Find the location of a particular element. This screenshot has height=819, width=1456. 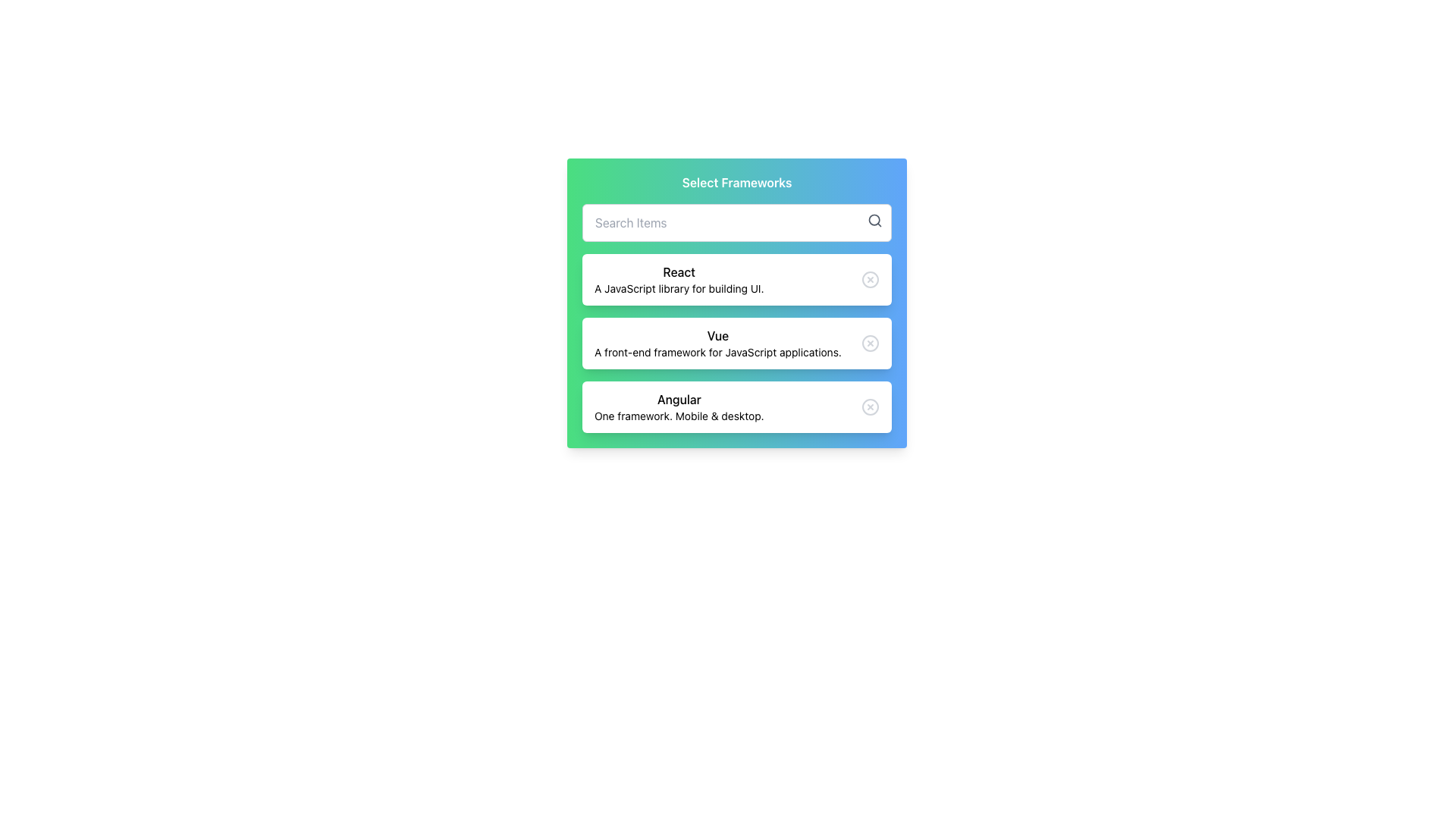

the text label identifying the framework 'Vue' in the middle section of the vertically organized list of framework options is located at coordinates (717, 335).